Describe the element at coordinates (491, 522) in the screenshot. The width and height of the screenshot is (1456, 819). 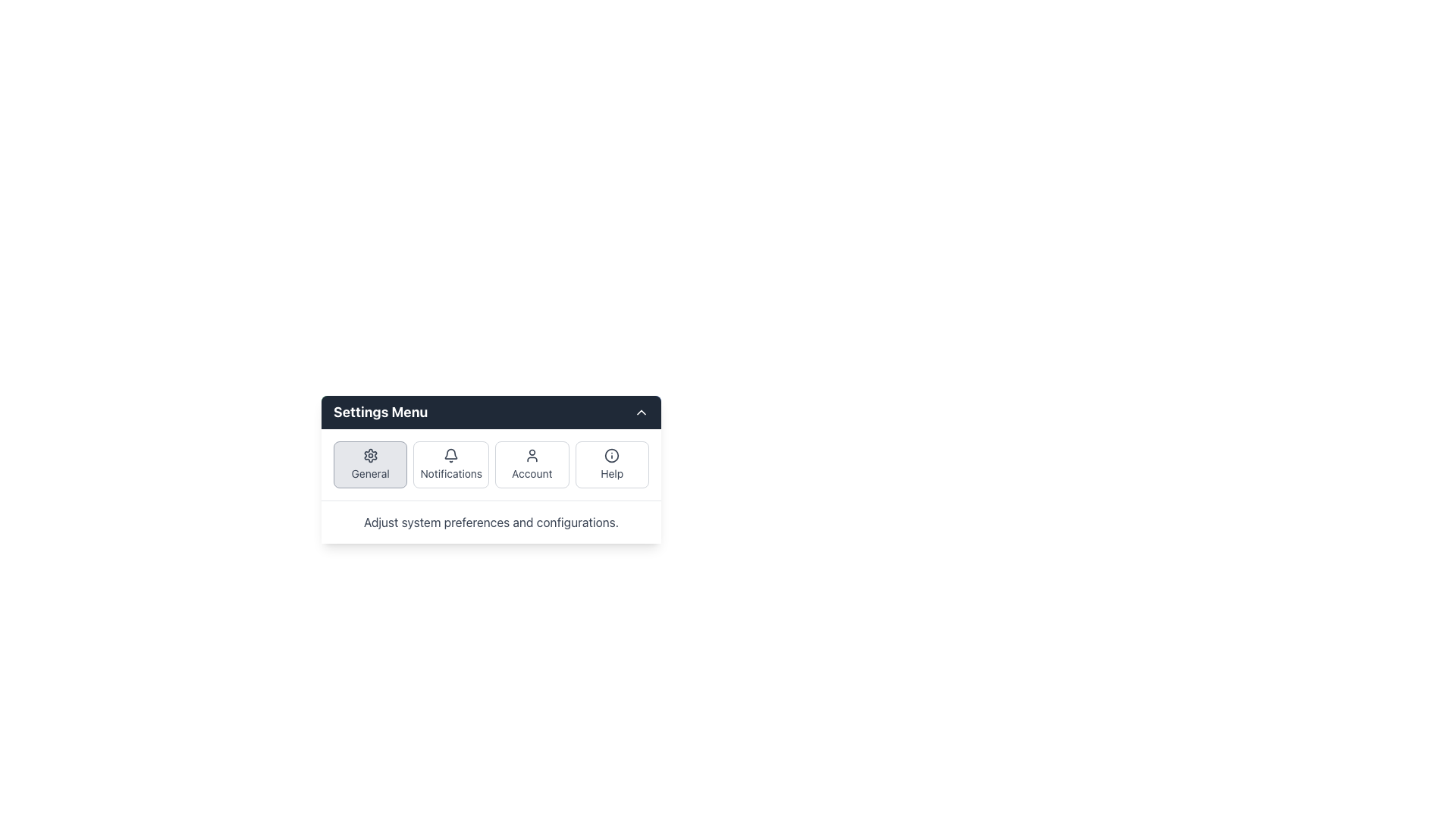
I see `the static text label that contains the description 'Adjust system preferences and configurations.' to emphasize it` at that location.